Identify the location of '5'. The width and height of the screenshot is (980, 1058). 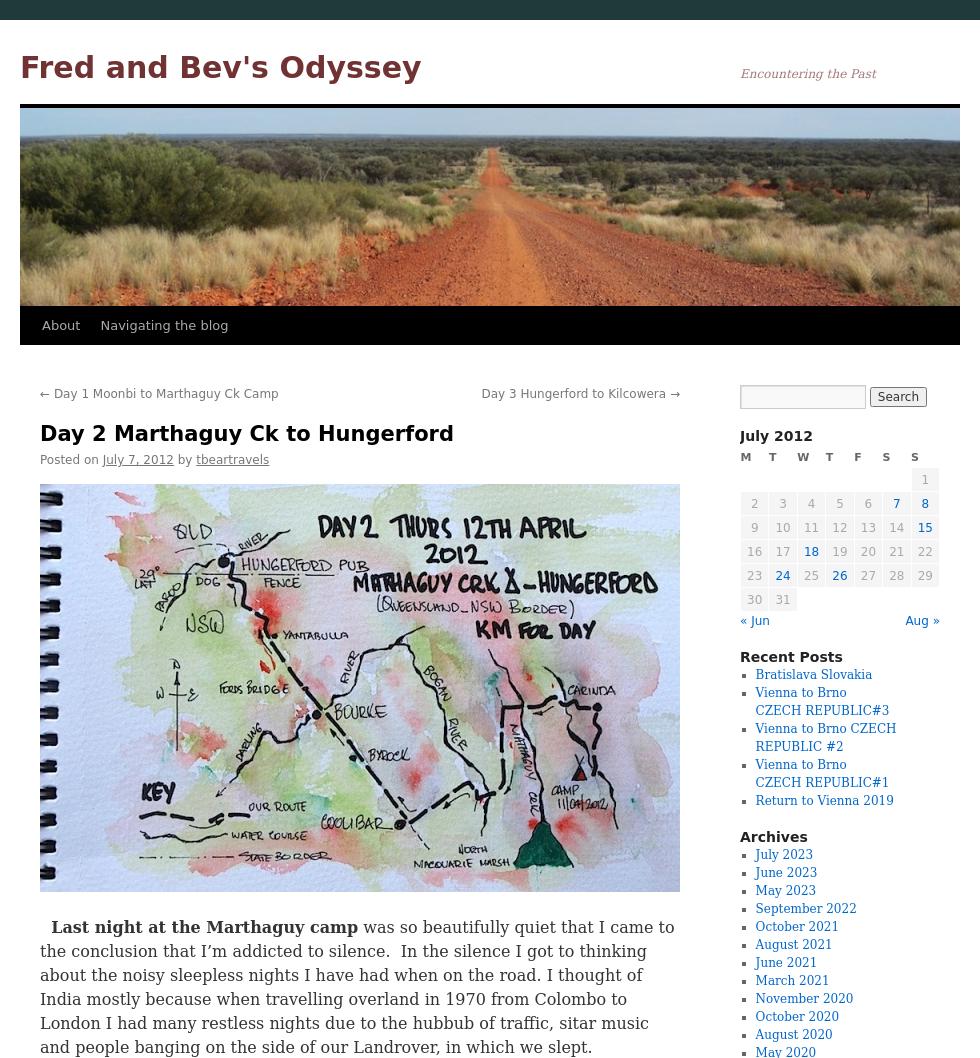
(839, 503).